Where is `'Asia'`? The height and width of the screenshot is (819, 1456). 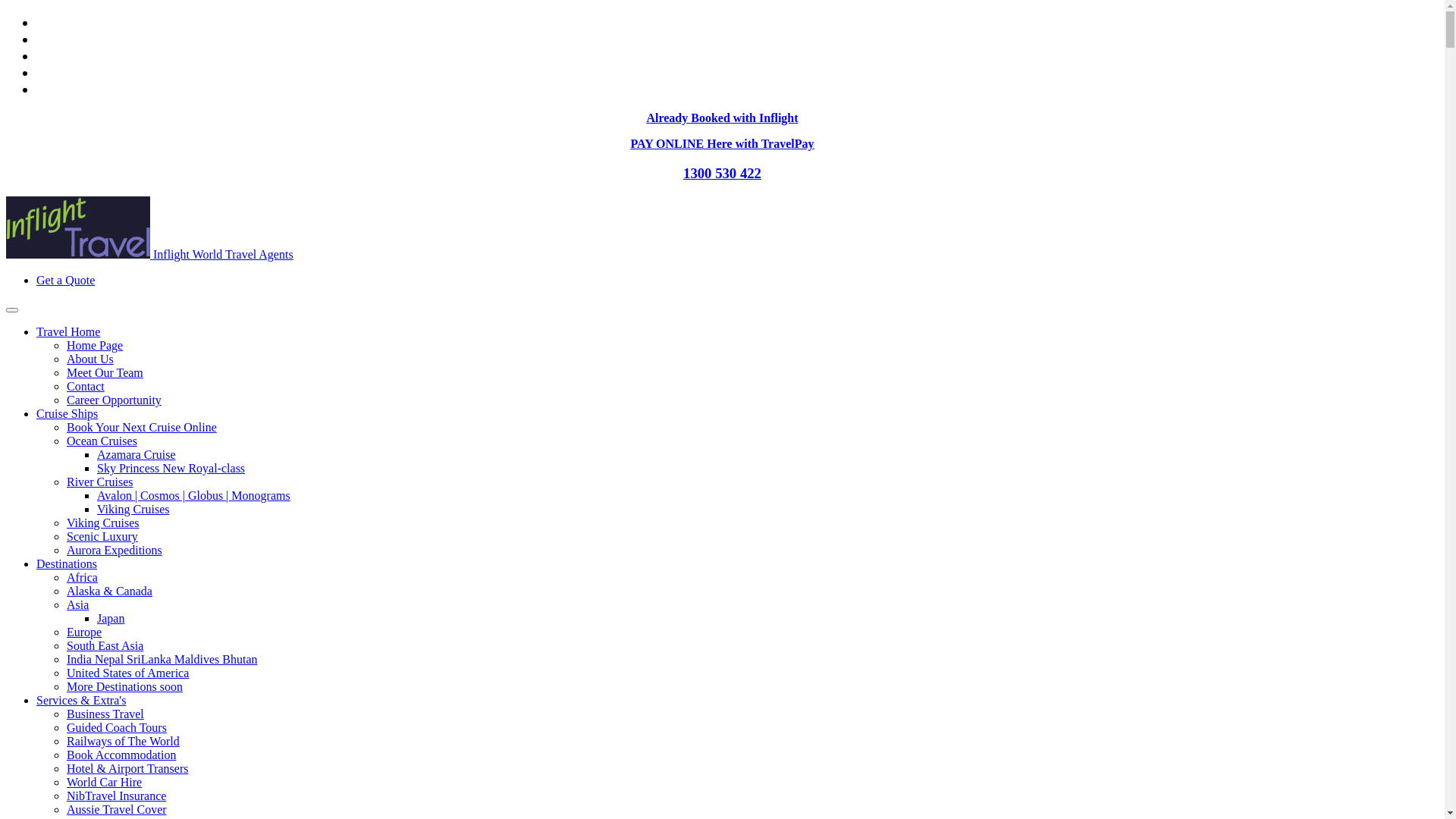
'Asia' is located at coordinates (77, 604).